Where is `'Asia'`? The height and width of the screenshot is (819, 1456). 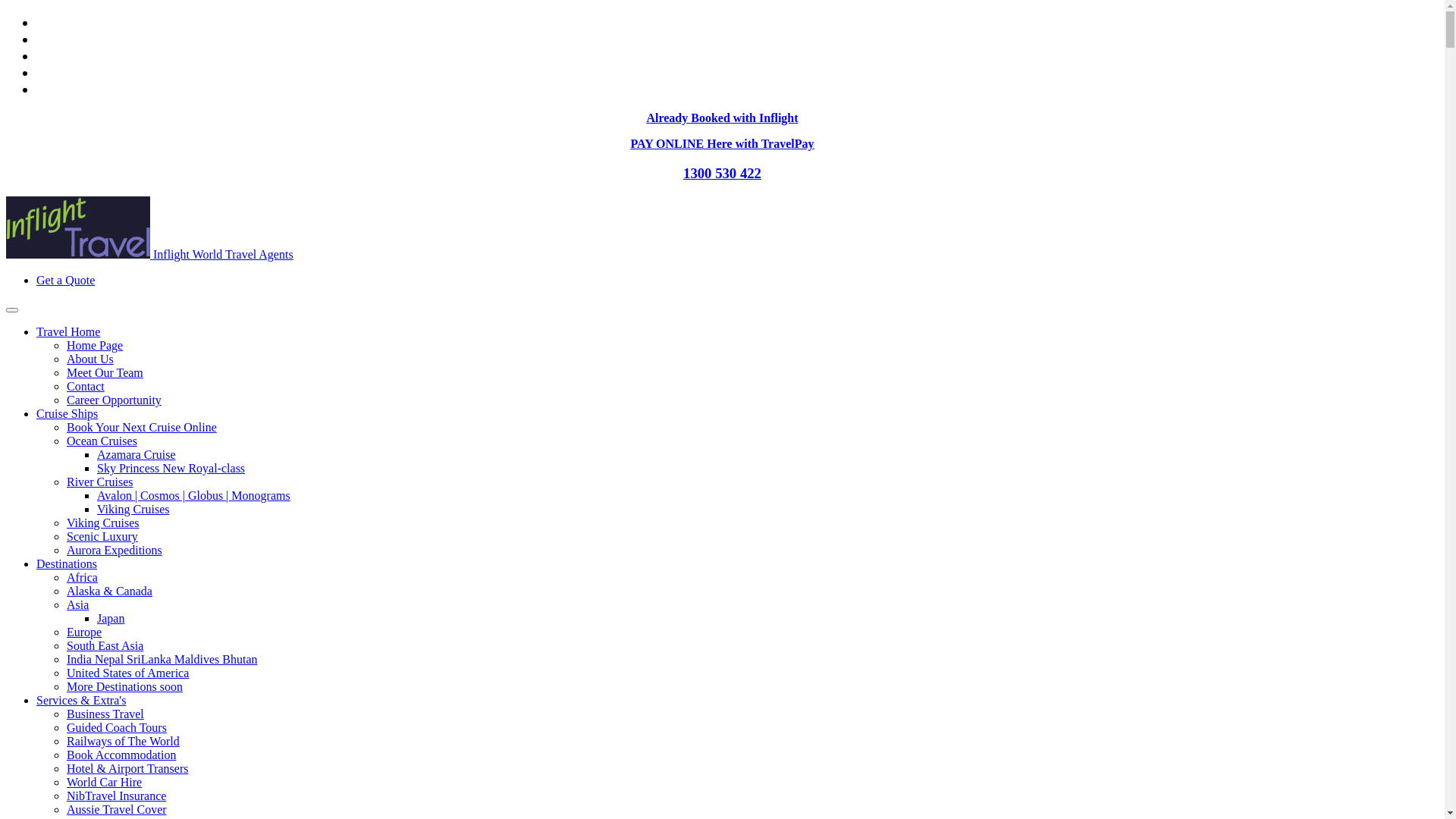
'Asia' is located at coordinates (77, 604).